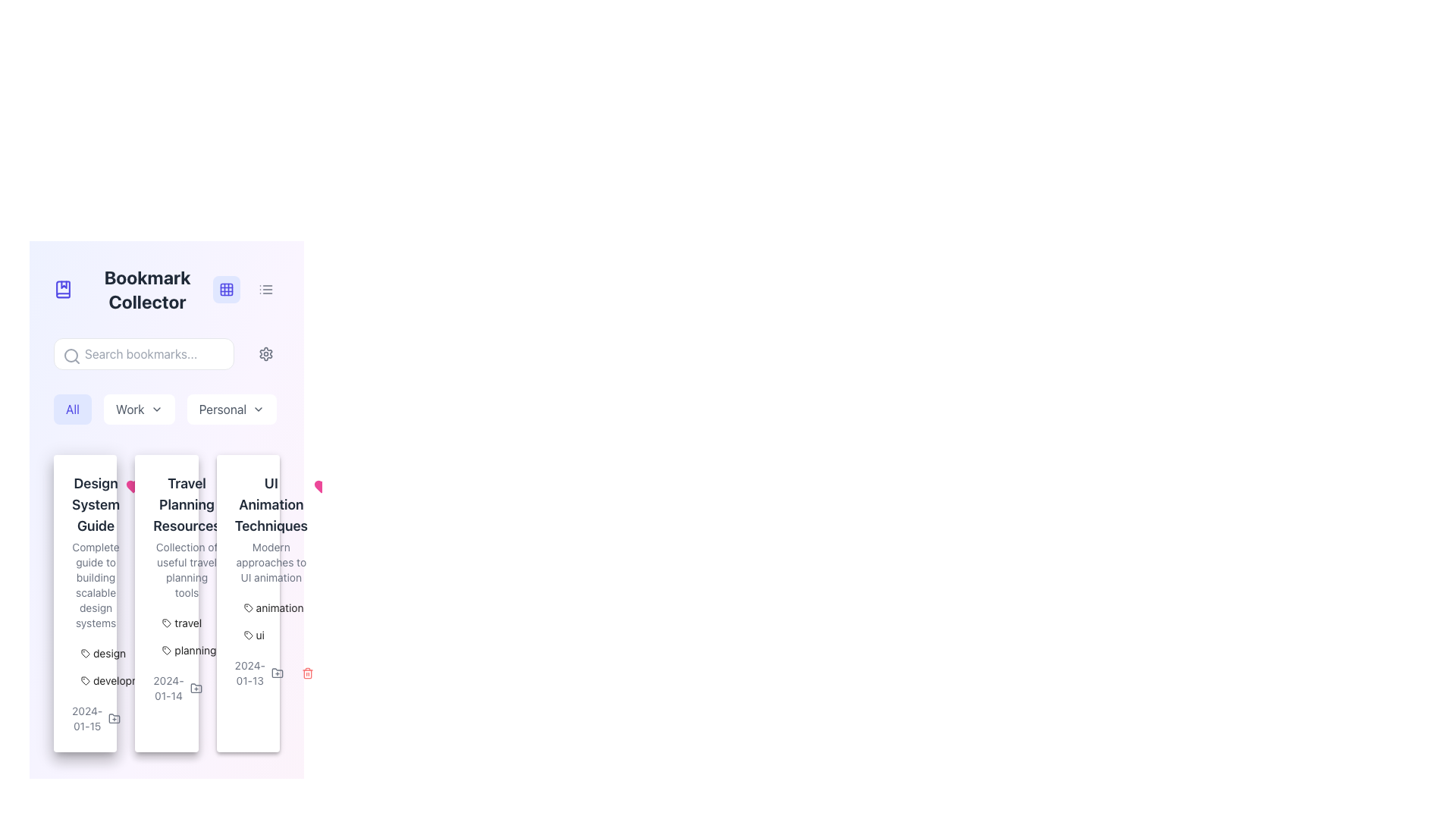 This screenshot has width=1456, height=819. What do you see at coordinates (156, 409) in the screenshot?
I see `the chevron icon next to the 'Work' button in the filter section of the 'Bookmark Collector' header` at bounding box center [156, 409].